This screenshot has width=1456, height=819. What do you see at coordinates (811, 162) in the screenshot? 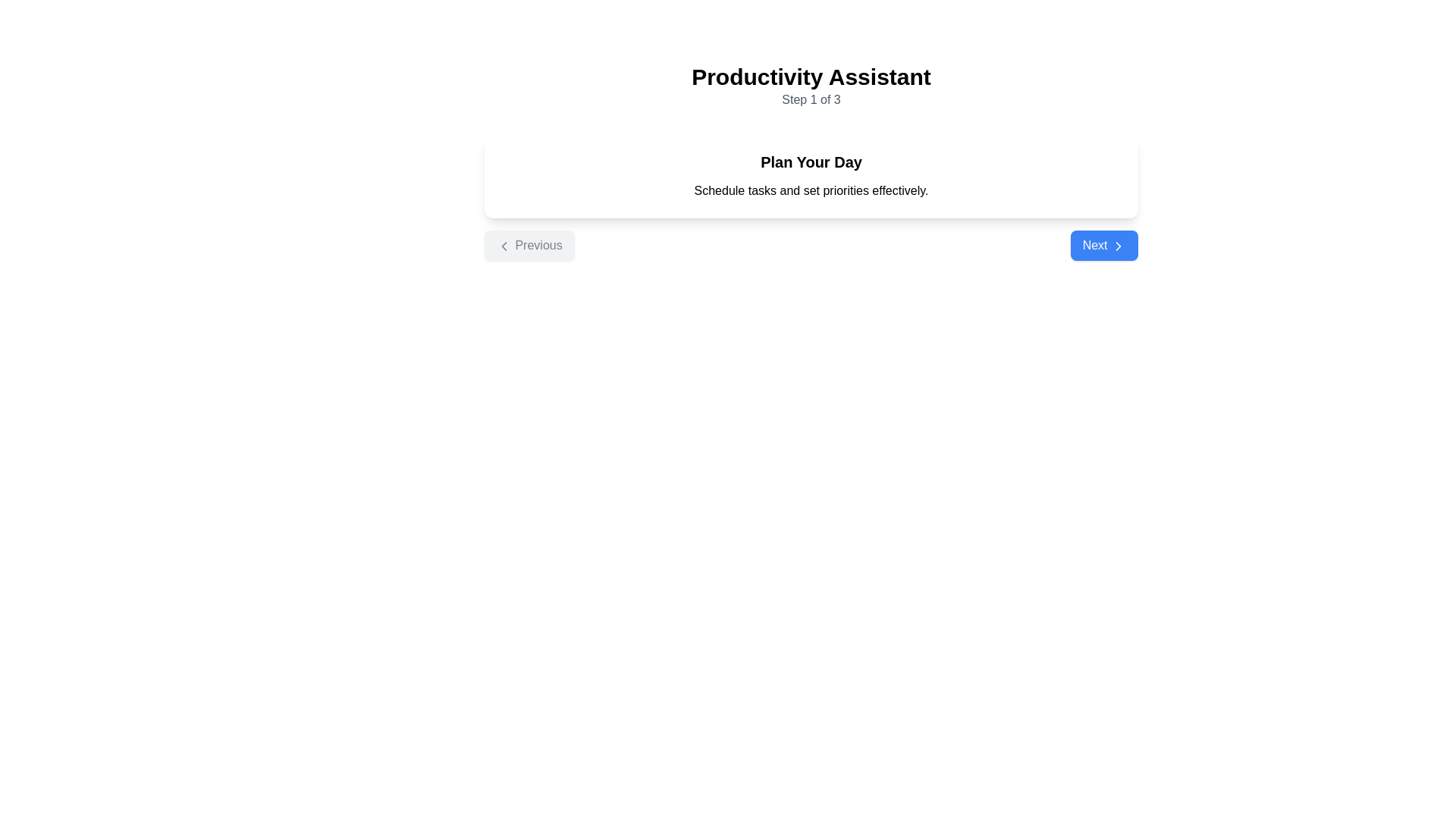
I see `the Informational block with the text 'Plan Your Day' which features a structured layout with a white background and black text, positioned centrally below the title 'Productivity Assistant Step 1 of 3'` at bounding box center [811, 162].